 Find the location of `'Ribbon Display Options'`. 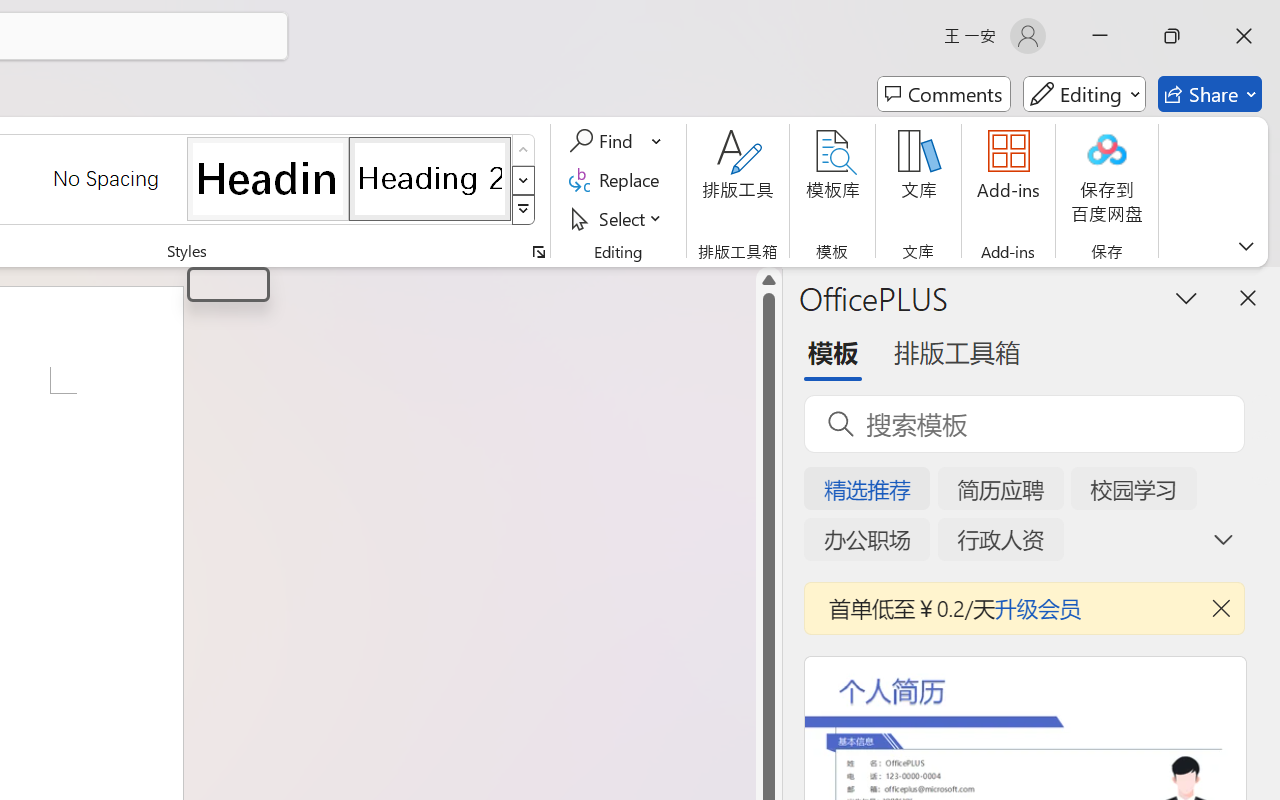

'Ribbon Display Options' is located at coordinates (1245, 245).